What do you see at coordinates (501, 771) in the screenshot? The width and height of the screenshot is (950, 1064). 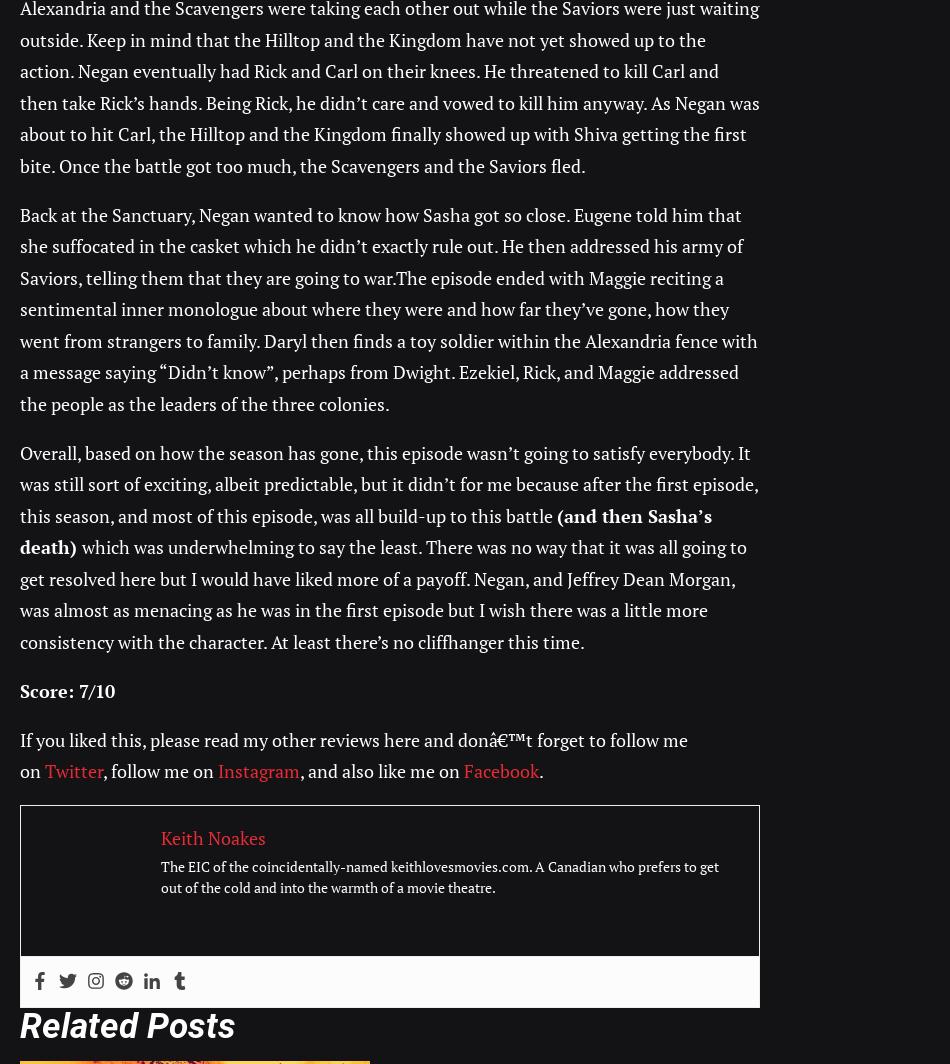 I see `'Facebook'` at bounding box center [501, 771].